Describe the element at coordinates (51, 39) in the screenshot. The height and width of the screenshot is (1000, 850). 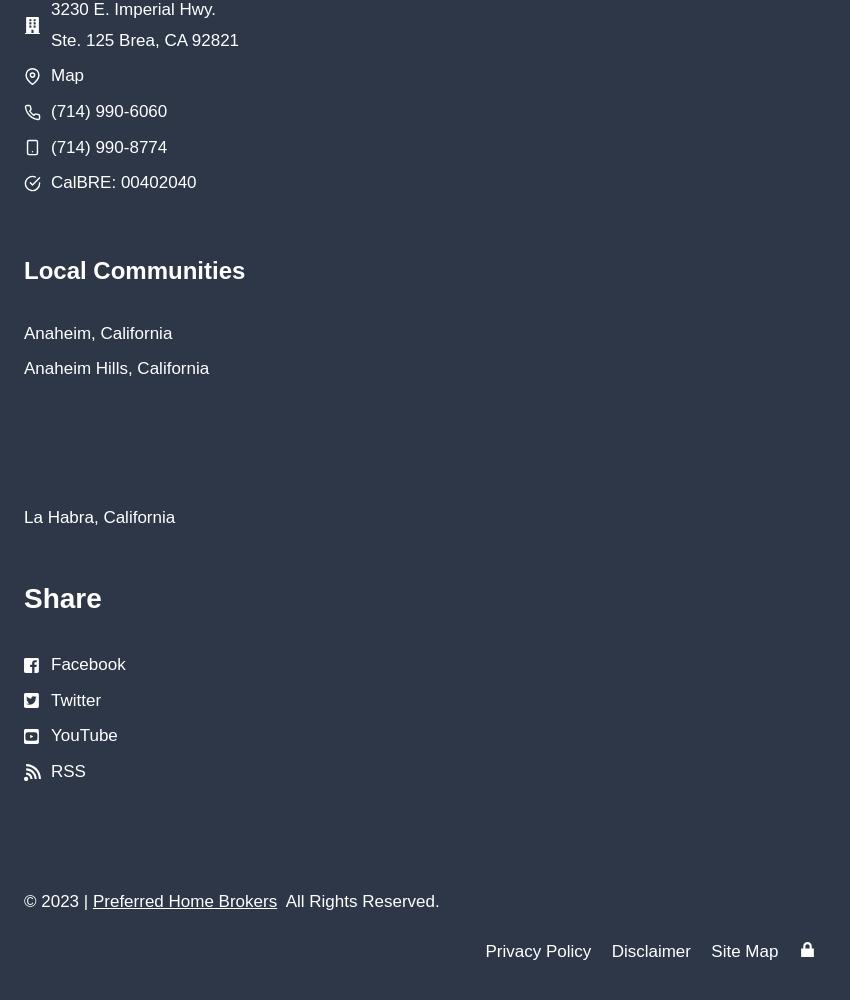
I see `'Ste. 125 Brea, CA 92821'` at that location.